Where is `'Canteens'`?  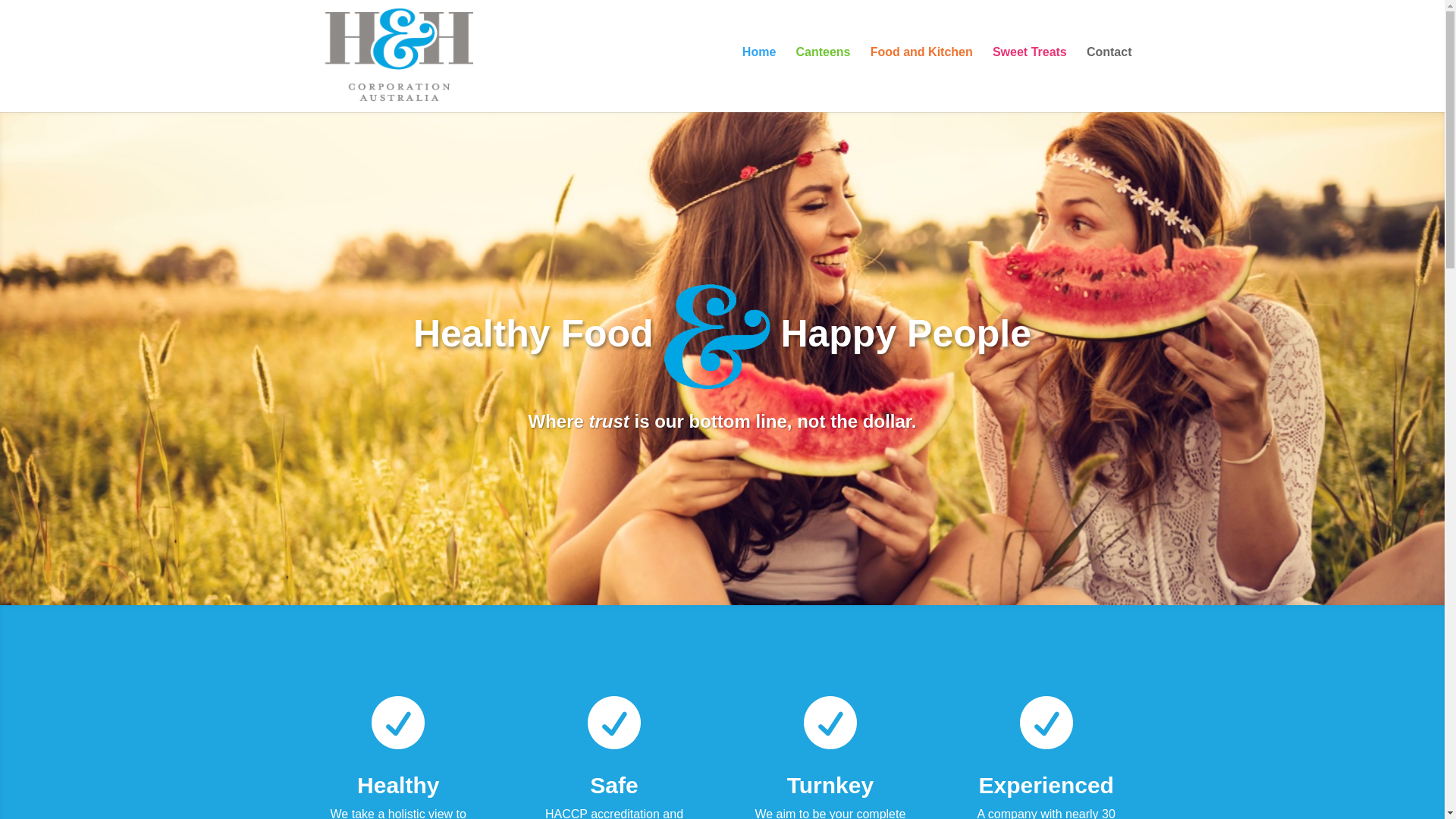
'Canteens' is located at coordinates (795, 76).